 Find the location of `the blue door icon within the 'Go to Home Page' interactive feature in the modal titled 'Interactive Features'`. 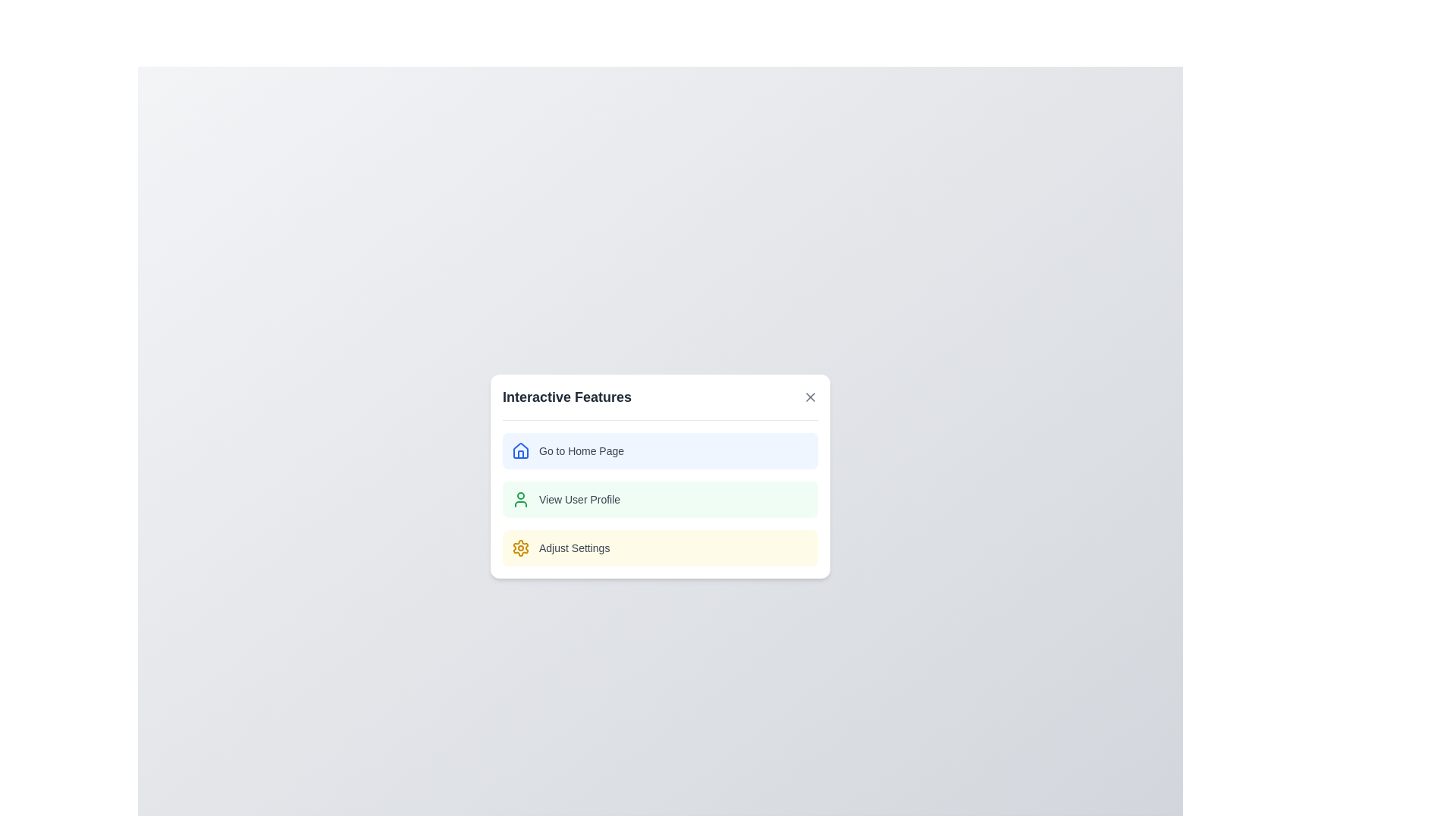

the blue door icon within the 'Go to Home Page' interactive feature in the modal titled 'Interactive Features' is located at coordinates (520, 453).